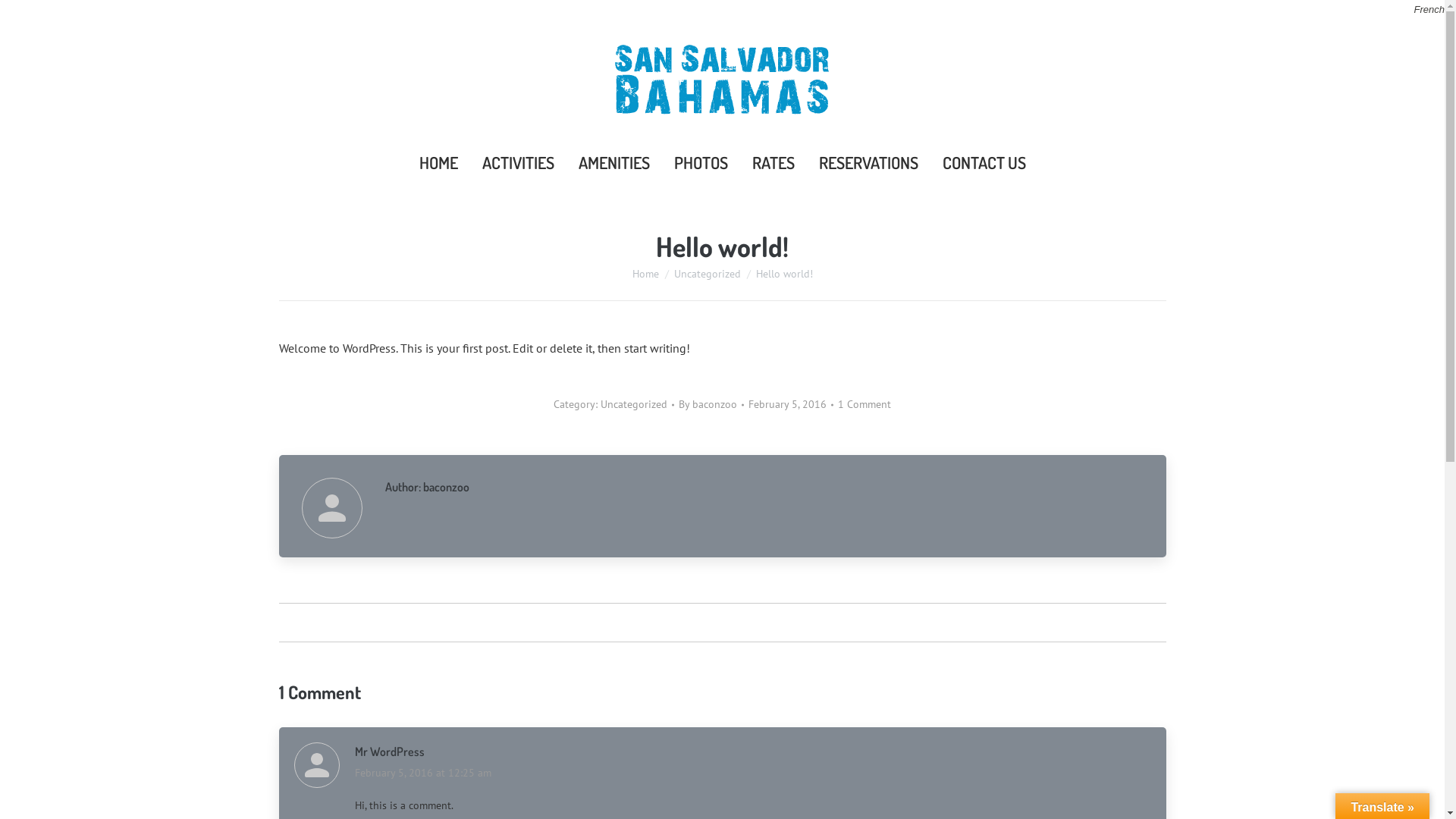 This screenshot has height=819, width=1456. What do you see at coordinates (934, 162) in the screenshot?
I see `'CONTACT US'` at bounding box center [934, 162].